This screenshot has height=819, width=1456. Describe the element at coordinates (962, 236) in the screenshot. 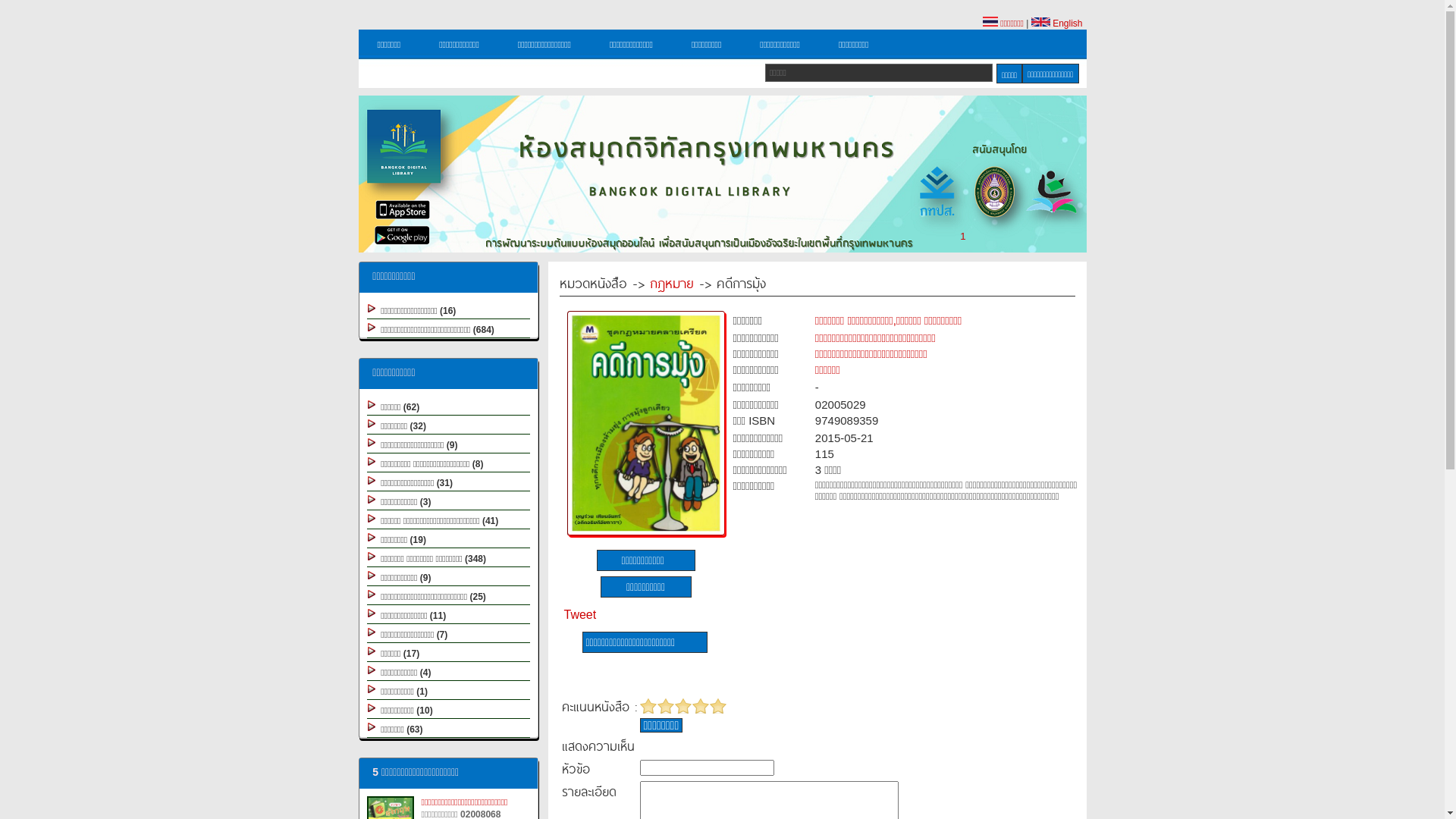

I see `'1'` at that location.